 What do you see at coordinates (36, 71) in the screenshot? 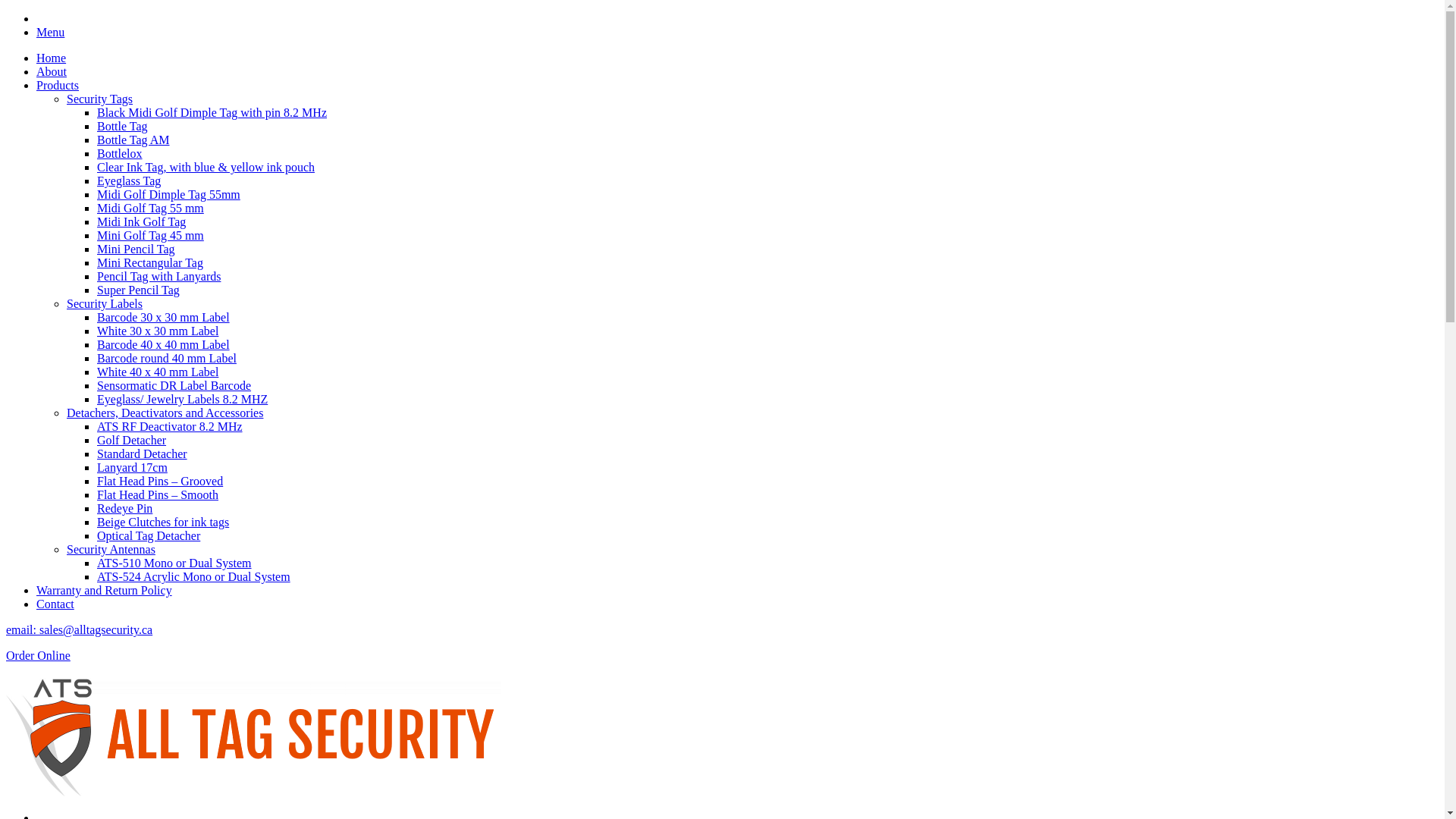
I see `'About'` at bounding box center [36, 71].